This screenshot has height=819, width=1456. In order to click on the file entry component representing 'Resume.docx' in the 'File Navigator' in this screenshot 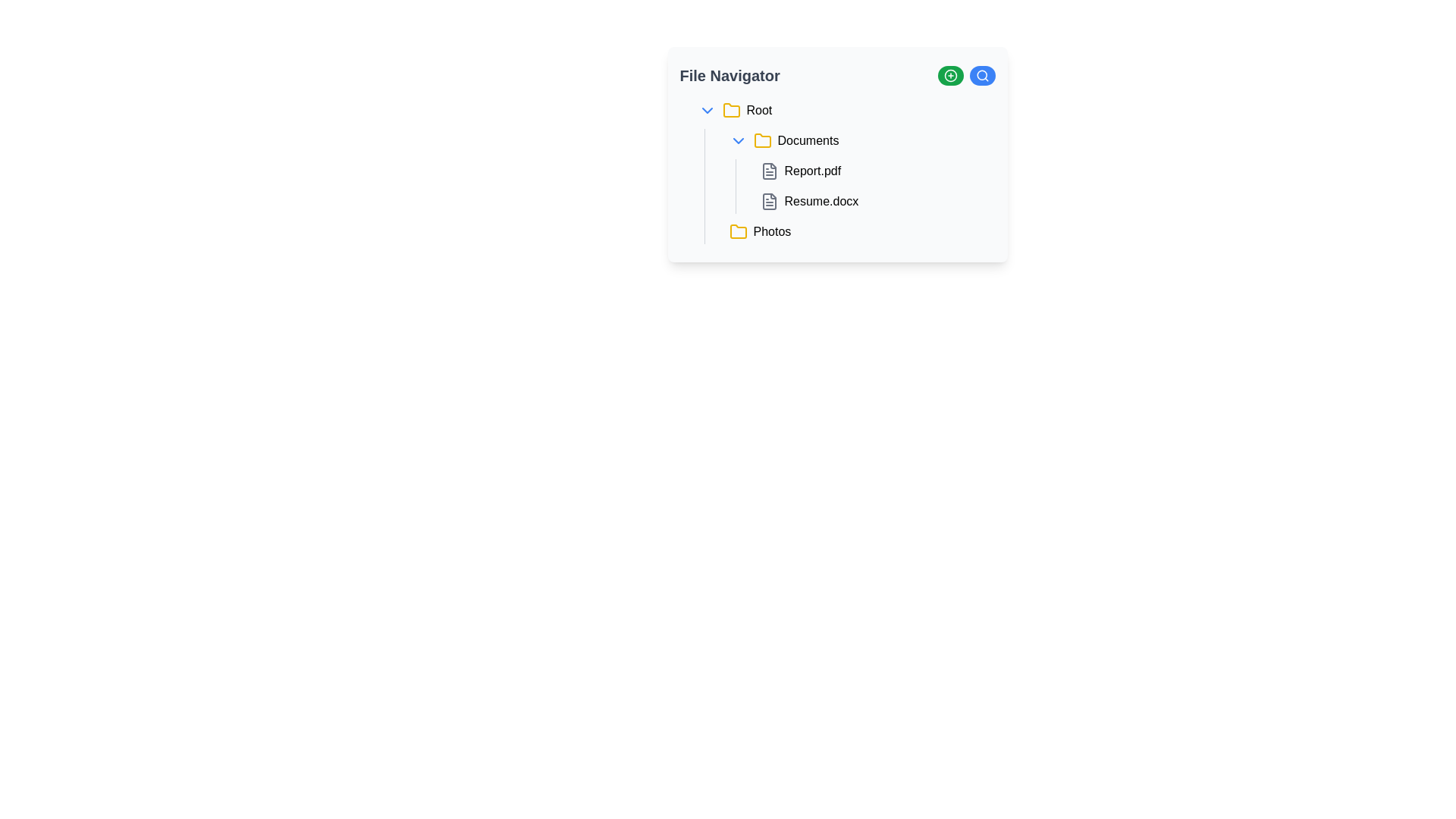, I will do `click(874, 201)`.